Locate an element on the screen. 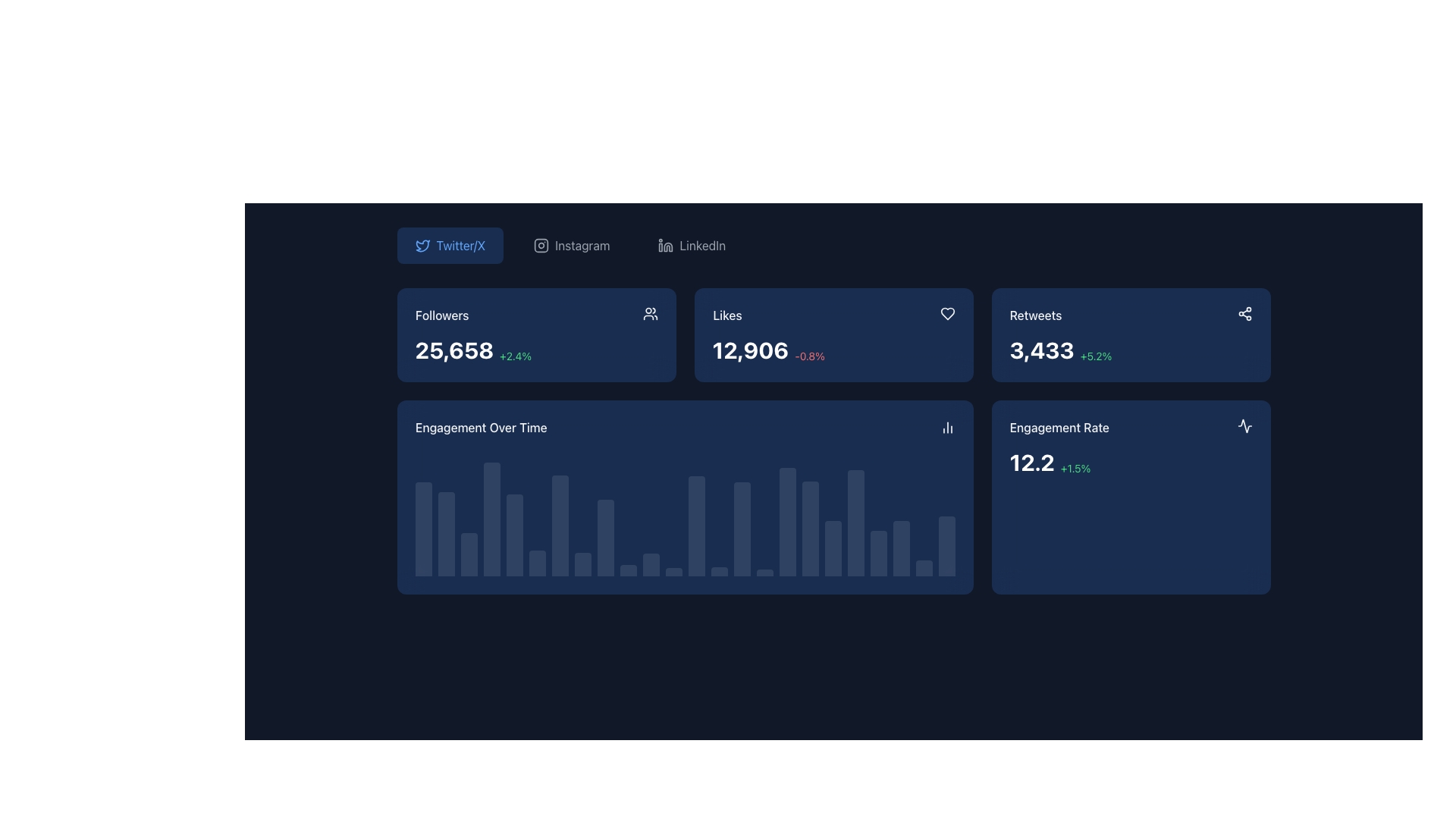 The height and width of the screenshot is (819, 1456). the 13th vertical bar in the bar chart located beneath the 'Engagement Over Time' title is located at coordinates (695, 526).